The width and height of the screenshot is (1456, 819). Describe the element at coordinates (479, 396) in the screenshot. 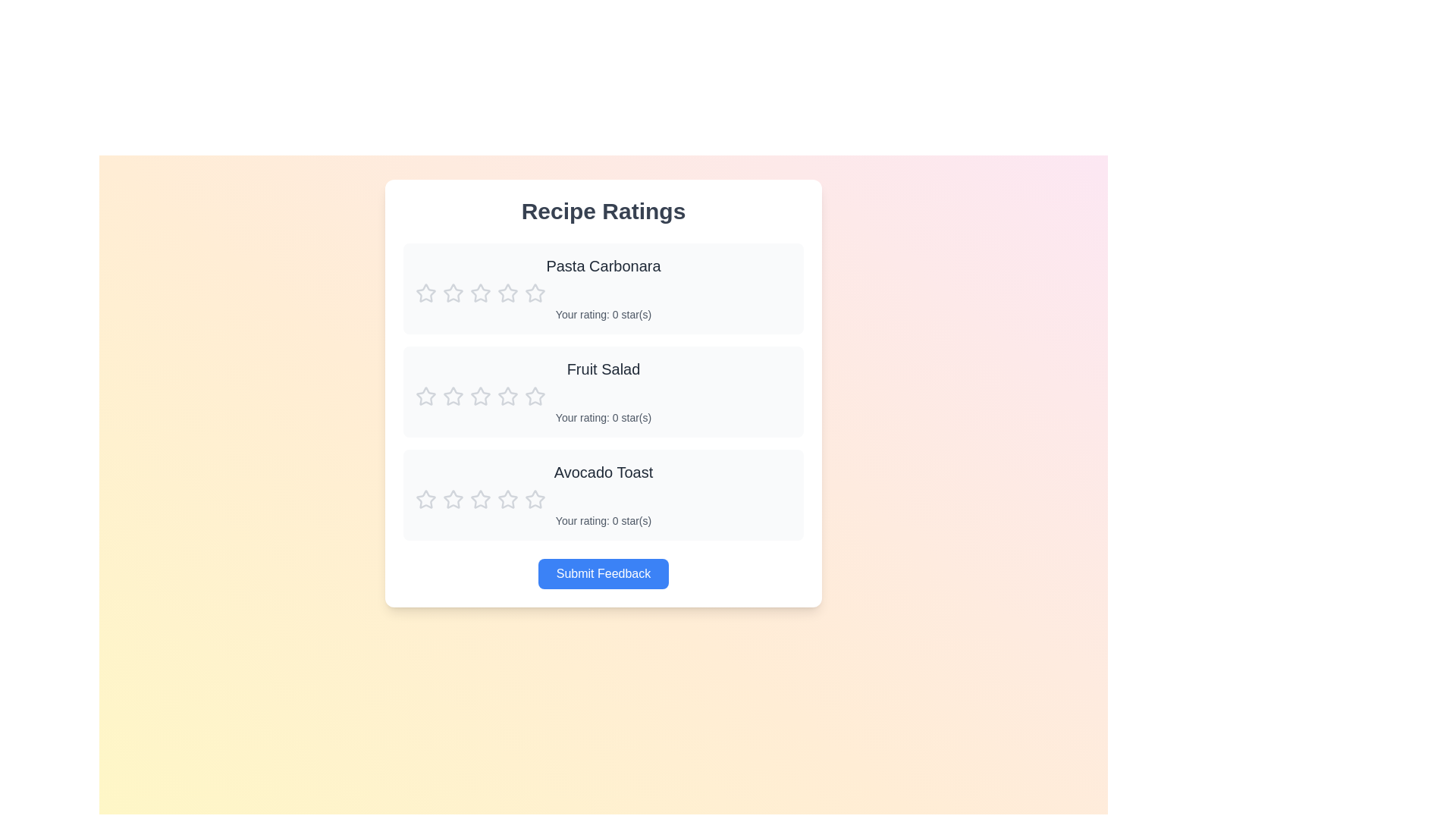

I see `the fourth gray star icon in the rating system for the 'Fruit Salad' list item` at that location.